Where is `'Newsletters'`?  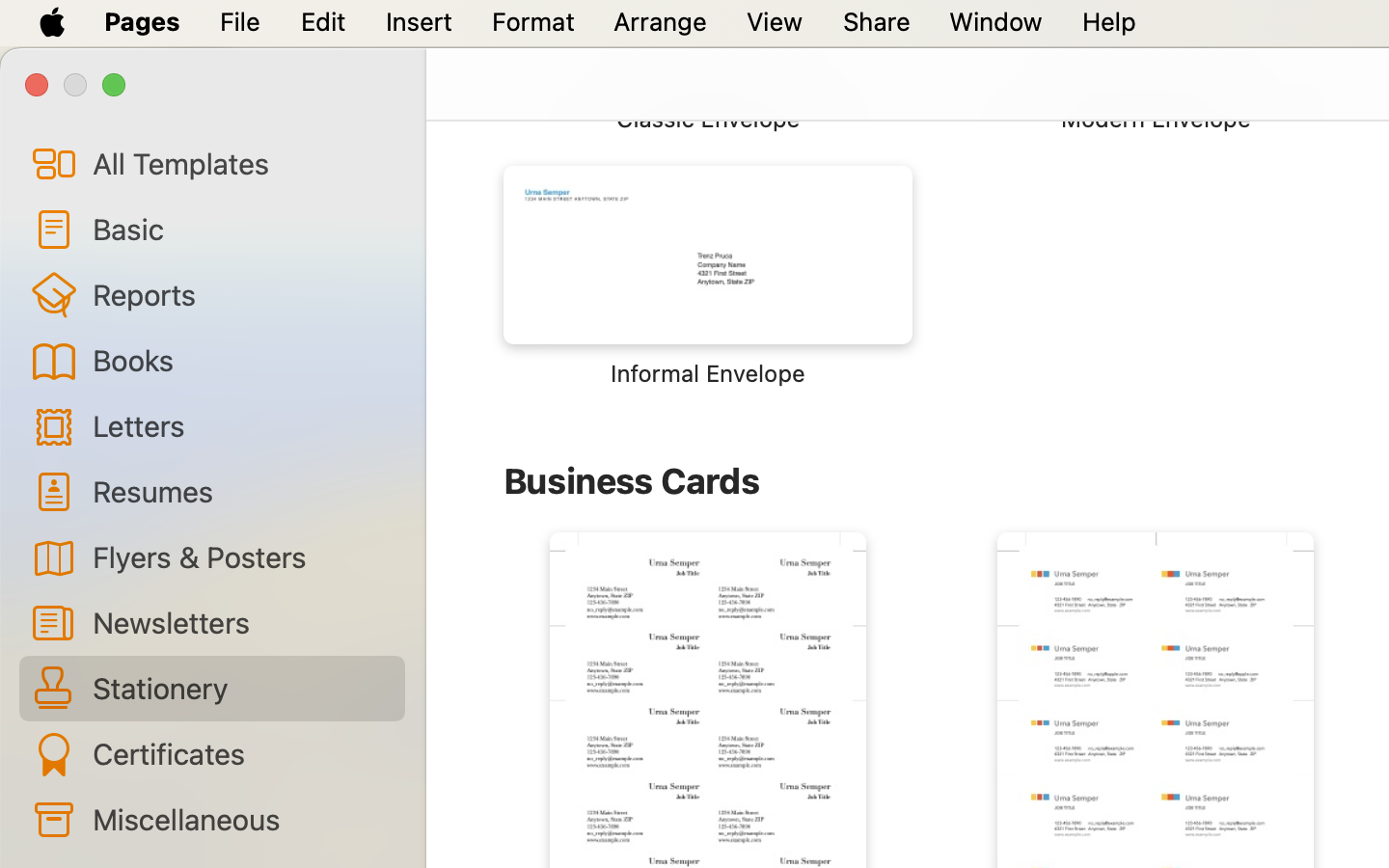
'Newsletters' is located at coordinates (239, 622).